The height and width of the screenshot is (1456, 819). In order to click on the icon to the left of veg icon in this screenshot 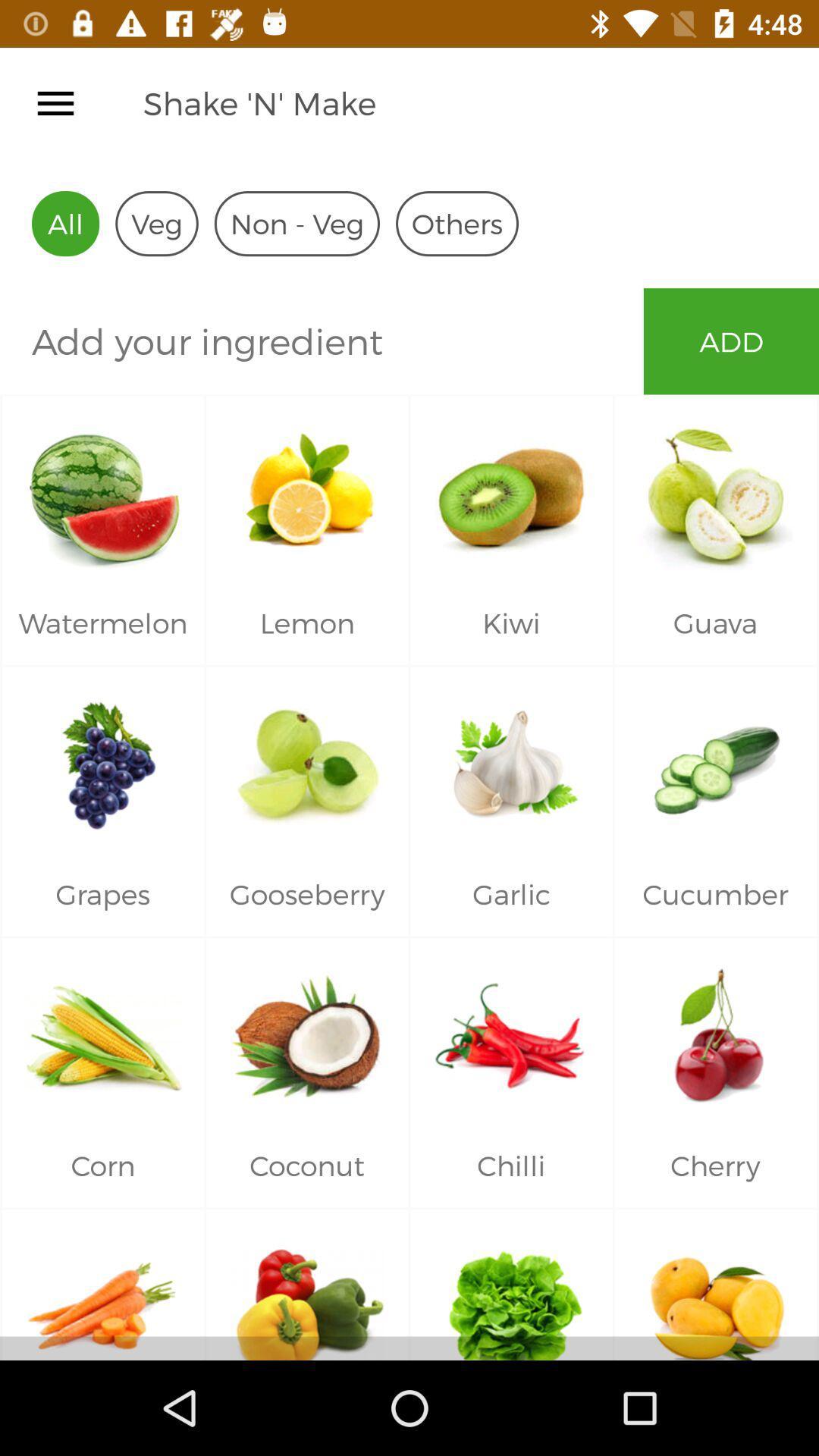, I will do `click(64, 223)`.